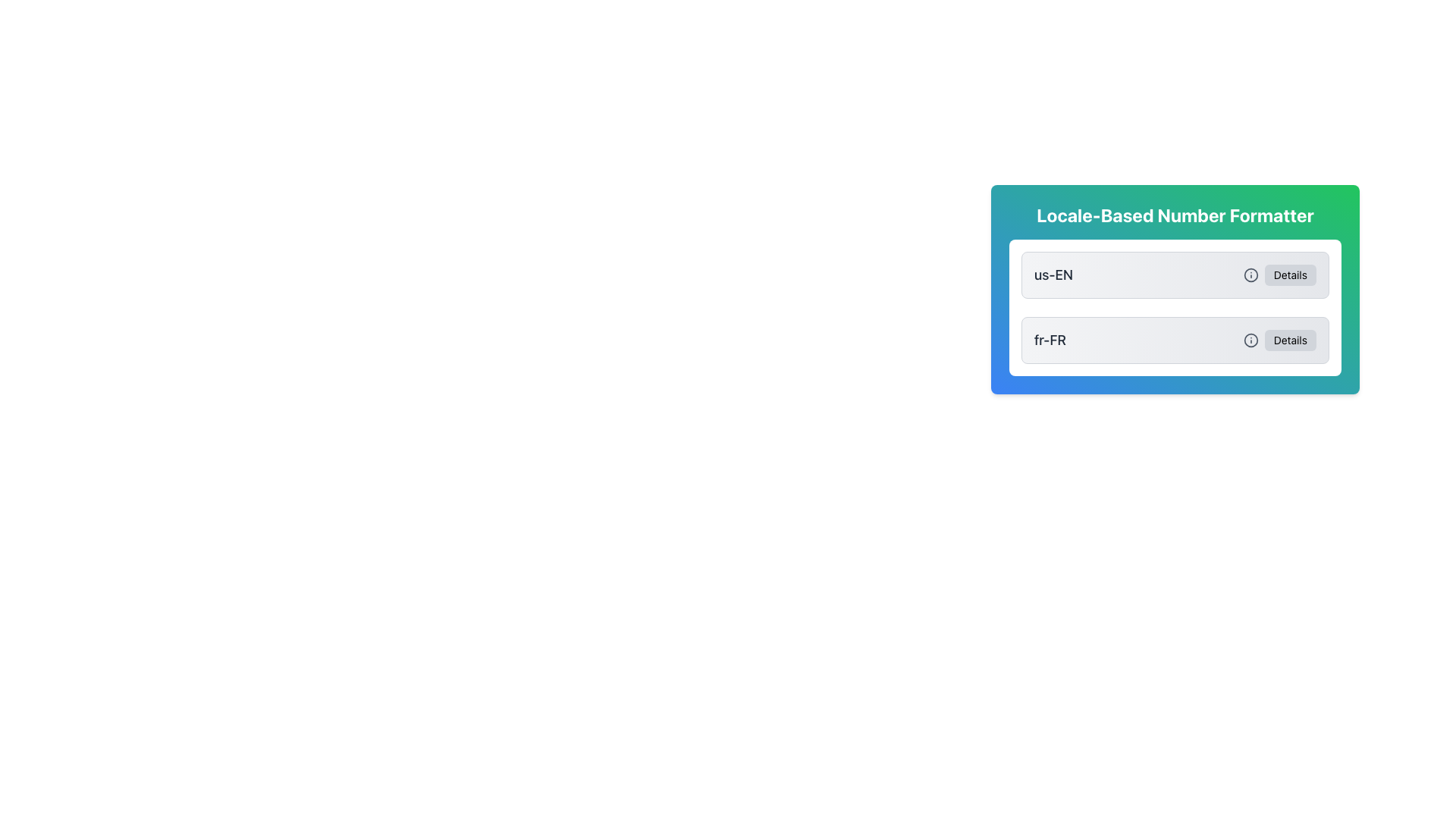  What do you see at coordinates (1289, 275) in the screenshot?
I see `the rectangular button labeled 'Details' with a light gray background located on the right side of the 'us-EN' label` at bounding box center [1289, 275].